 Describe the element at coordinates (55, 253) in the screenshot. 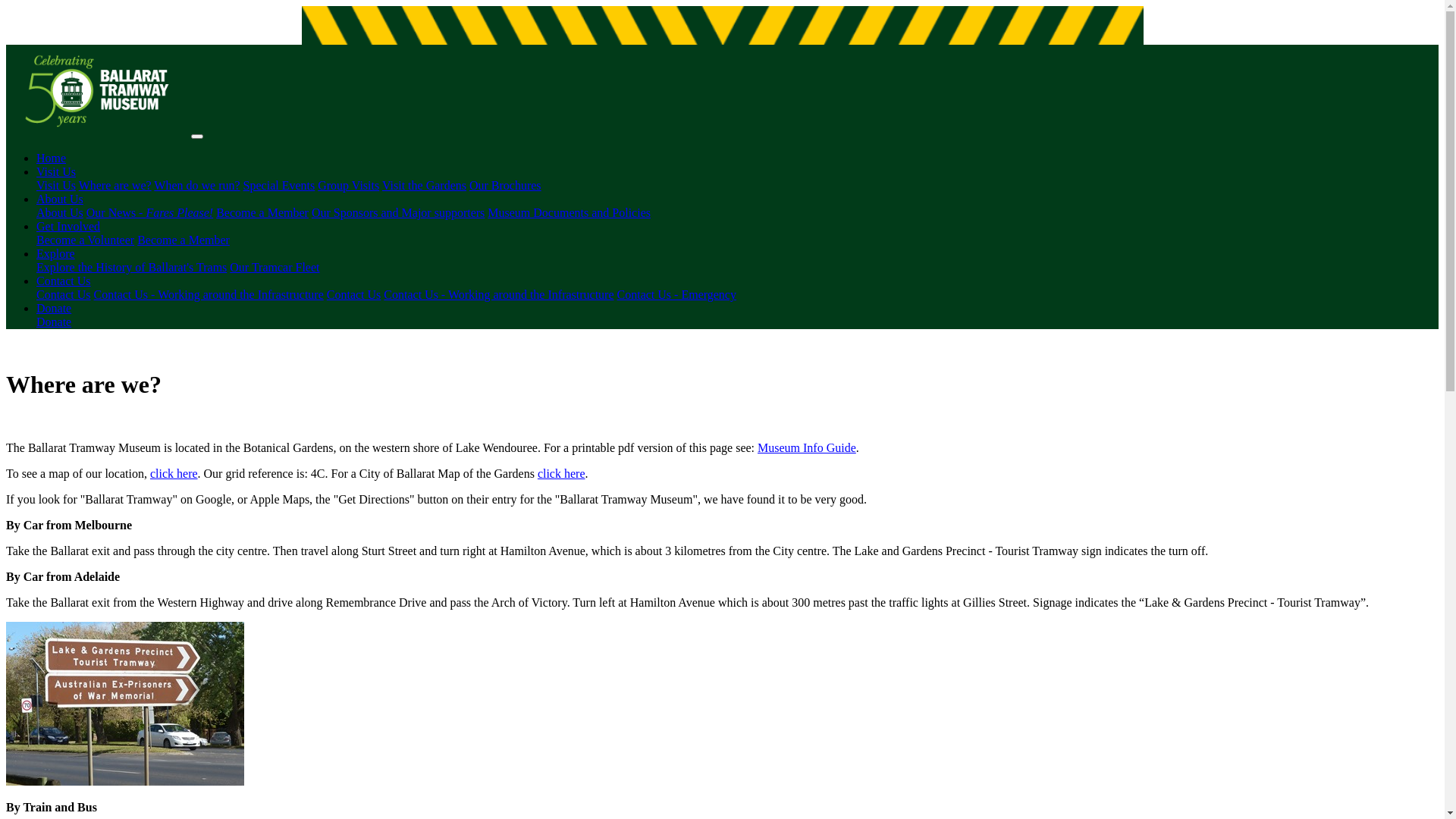

I see `'Explore'` at that location.